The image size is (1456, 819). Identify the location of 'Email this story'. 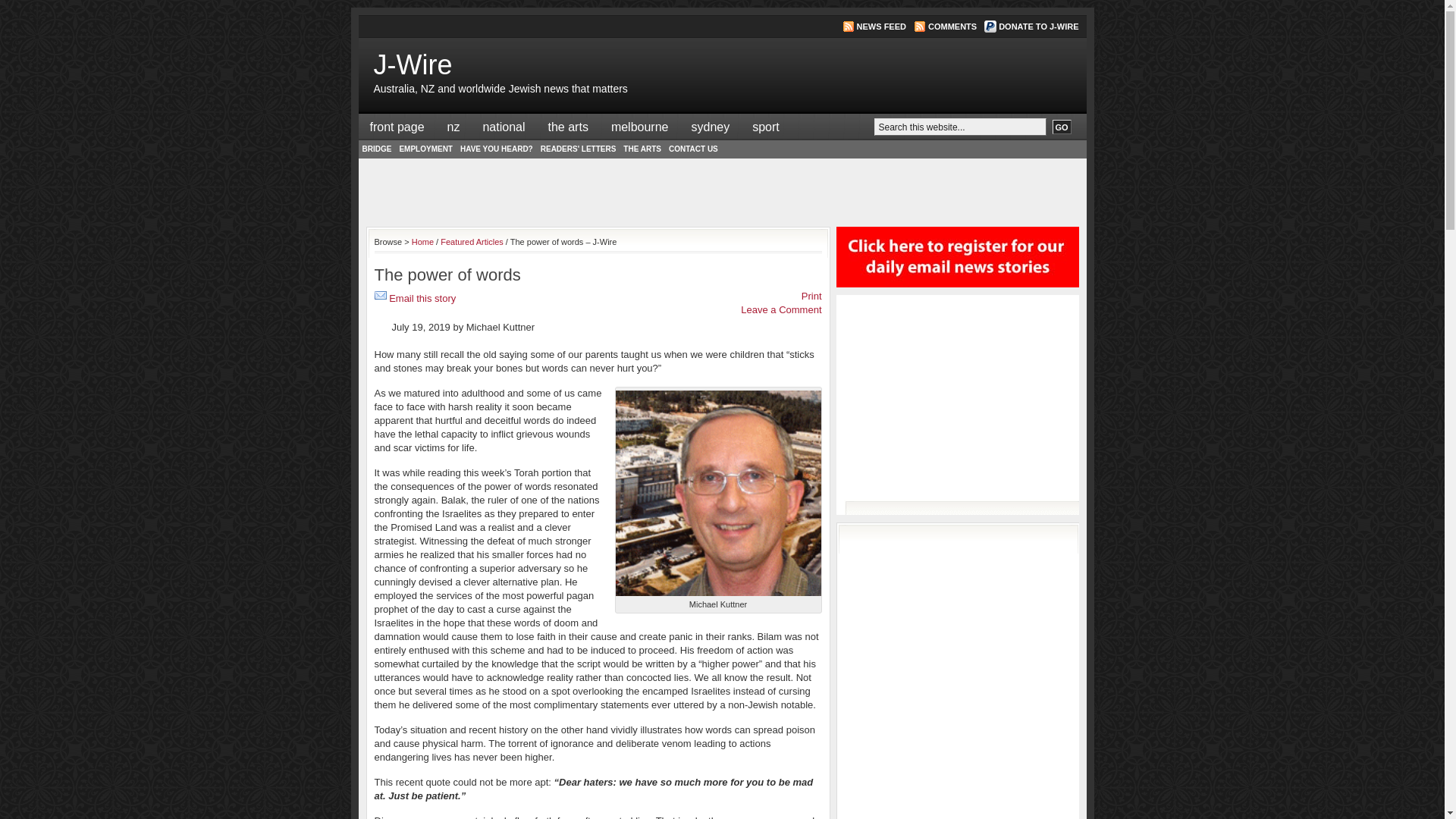
(381, 298).